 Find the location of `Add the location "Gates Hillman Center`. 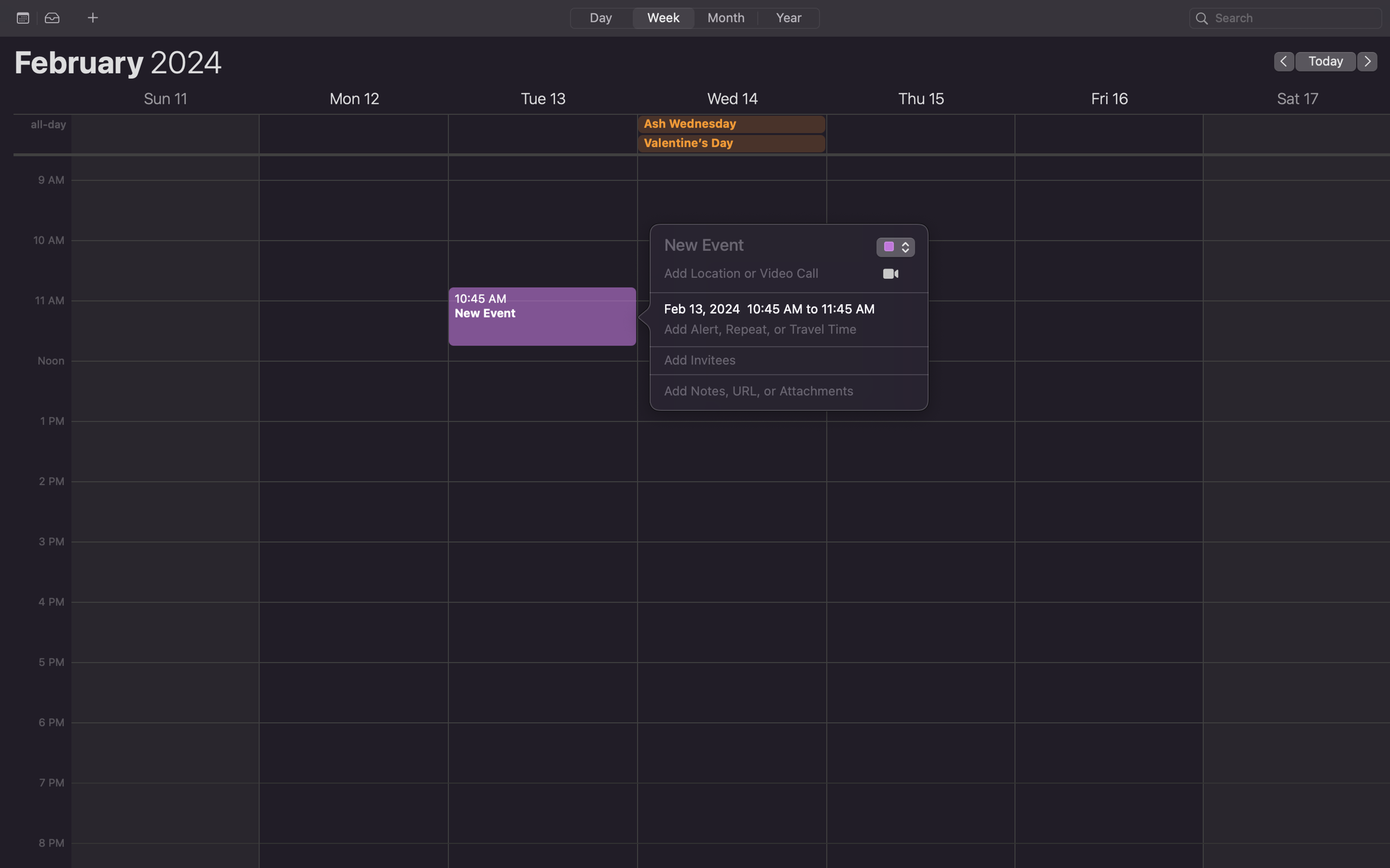

Add the location "Gates Hillman Center is located at coordinates (762, 277).